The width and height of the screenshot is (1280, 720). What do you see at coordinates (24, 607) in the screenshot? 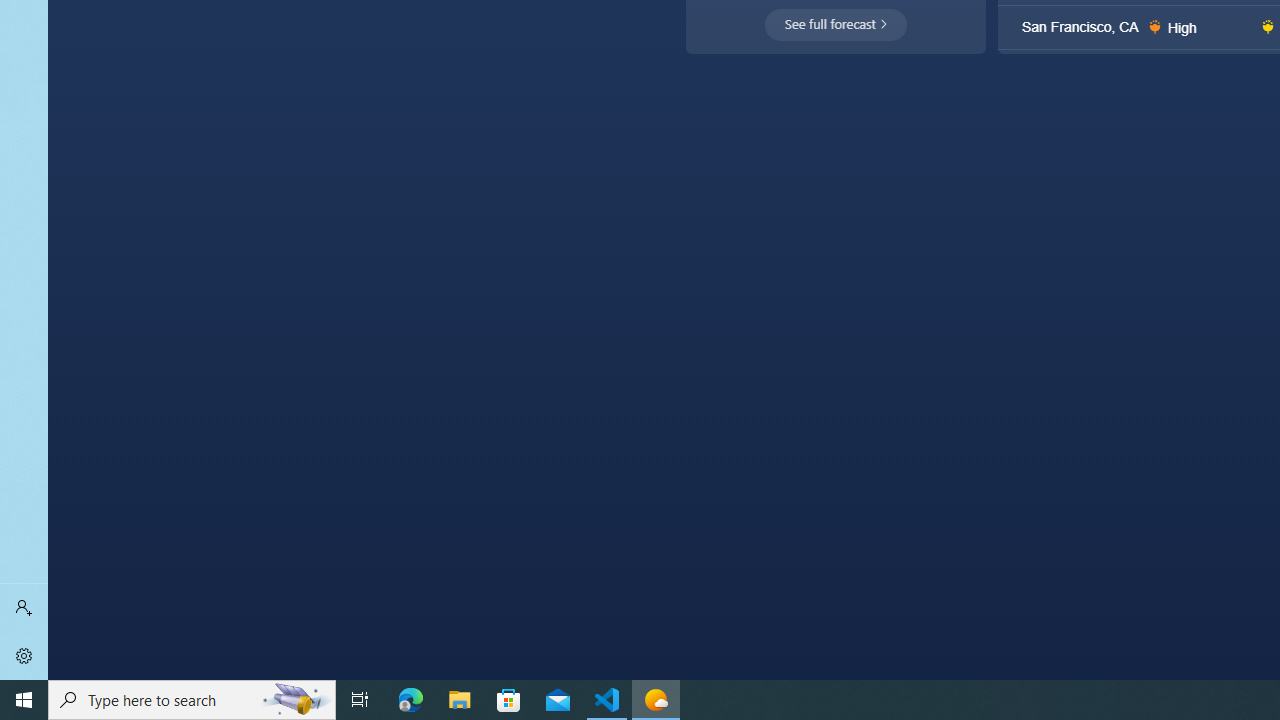
I see `'Sign in'` at bounding box center [24, 607].